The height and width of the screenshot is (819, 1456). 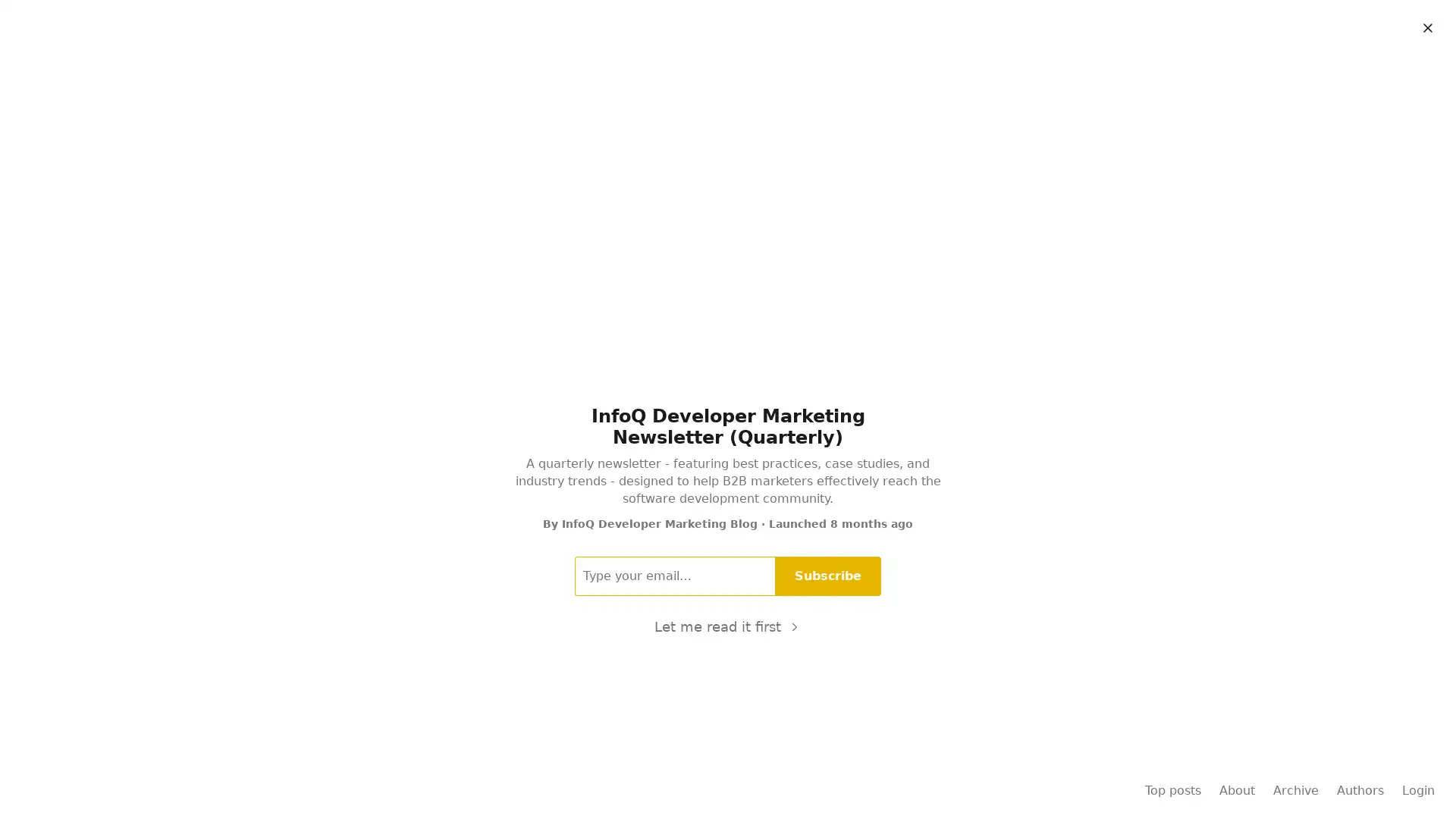 I want to click on QCon, so click(x=789, y=66).